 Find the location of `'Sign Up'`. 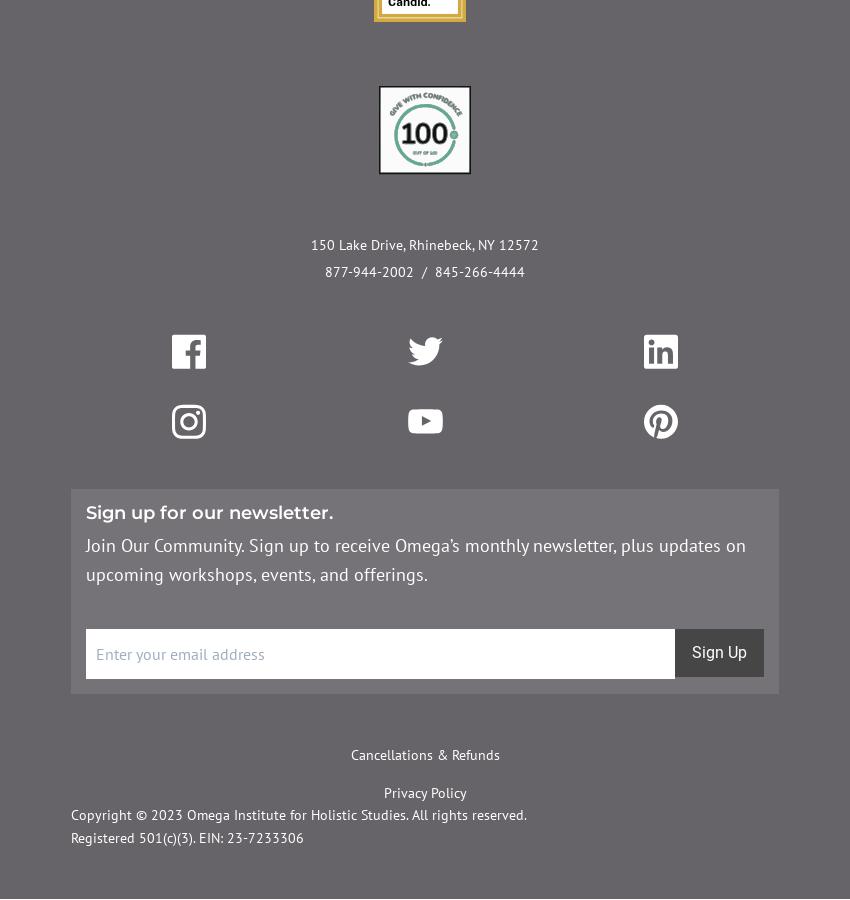

'Sign Up' is located at coordinates (718, 652).